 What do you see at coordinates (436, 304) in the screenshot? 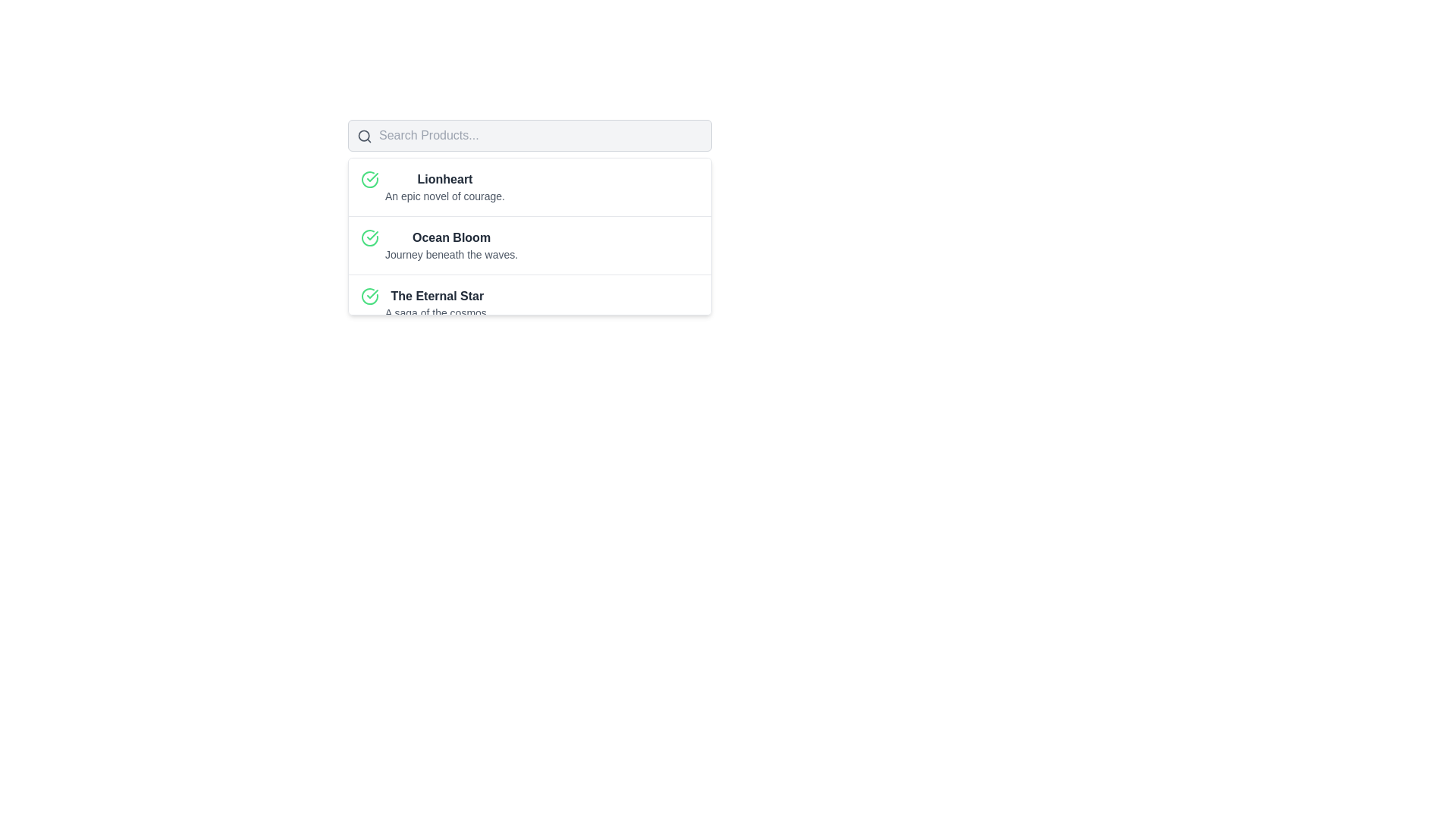
I see `the text block that displays the title and descriptive subtitle of the third listing in a vertical list, located between 'Ocean Bloom' and the next item` at bounding box center [436, 304].